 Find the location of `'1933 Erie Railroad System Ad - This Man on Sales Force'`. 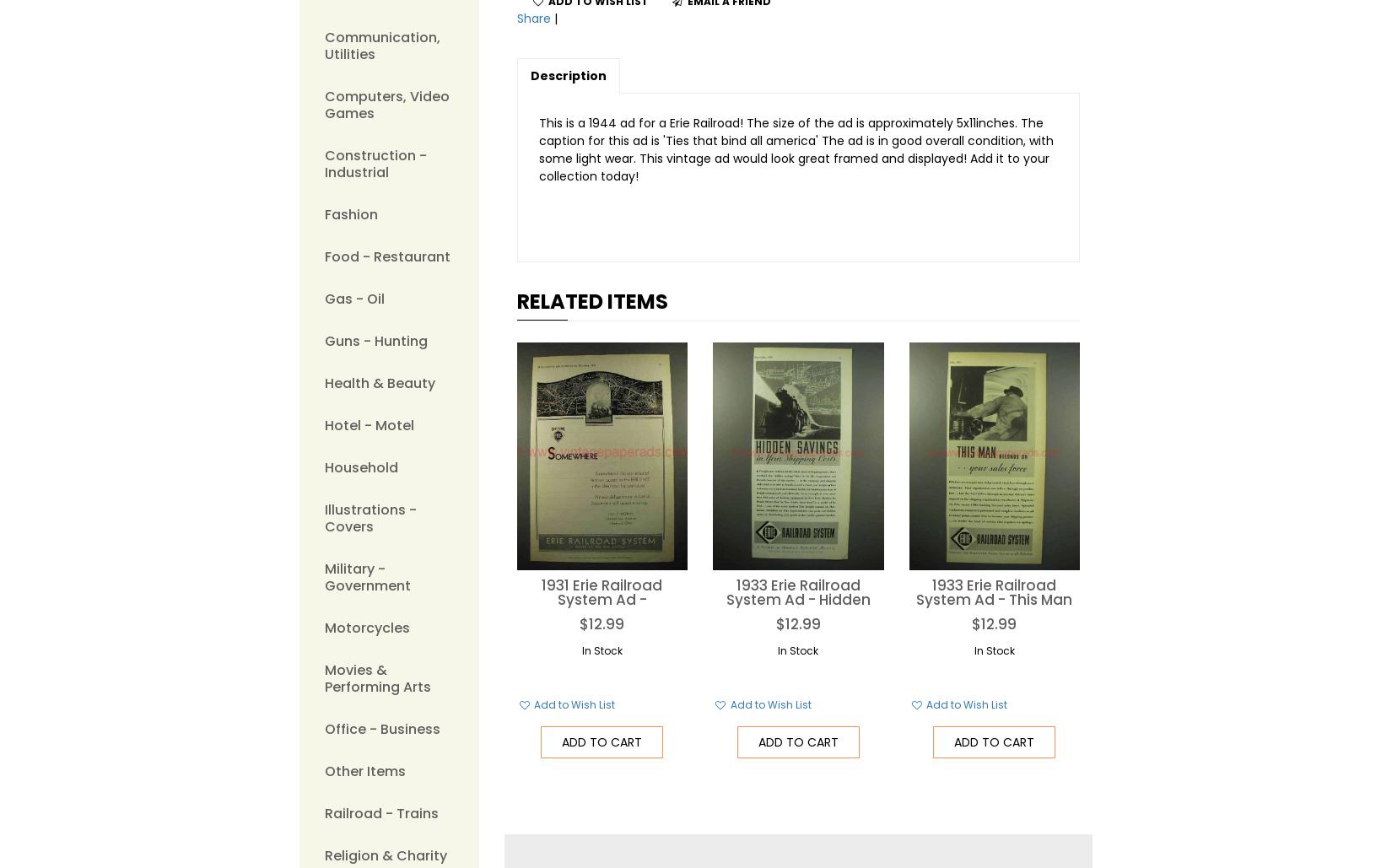

'1933 Erie Railroad System Ad - This Man on Sales Force' is located at coordinates (916, 598).